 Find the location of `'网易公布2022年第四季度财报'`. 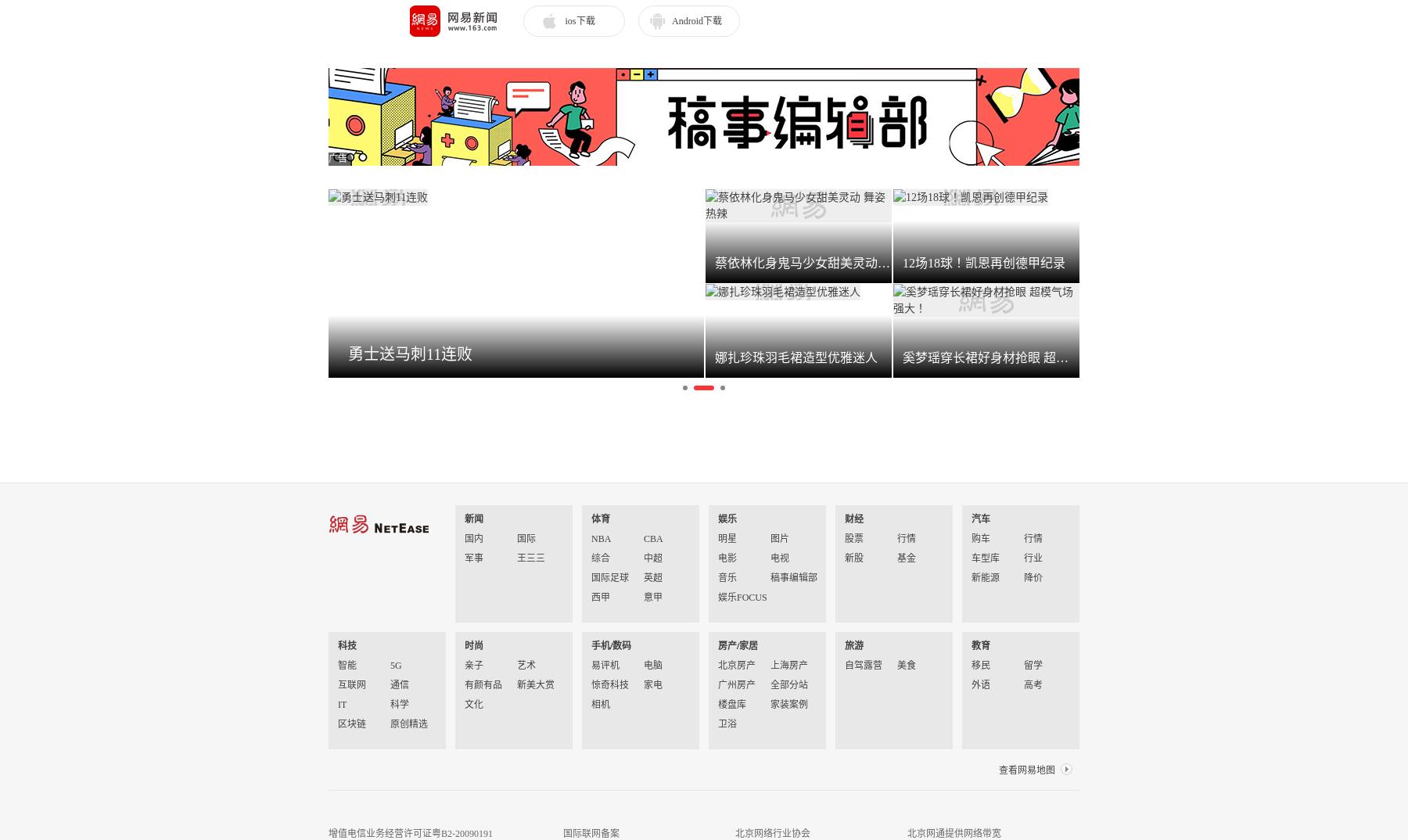

'网易公布2022年第四季度财报' is located at coordinates (572, 400).